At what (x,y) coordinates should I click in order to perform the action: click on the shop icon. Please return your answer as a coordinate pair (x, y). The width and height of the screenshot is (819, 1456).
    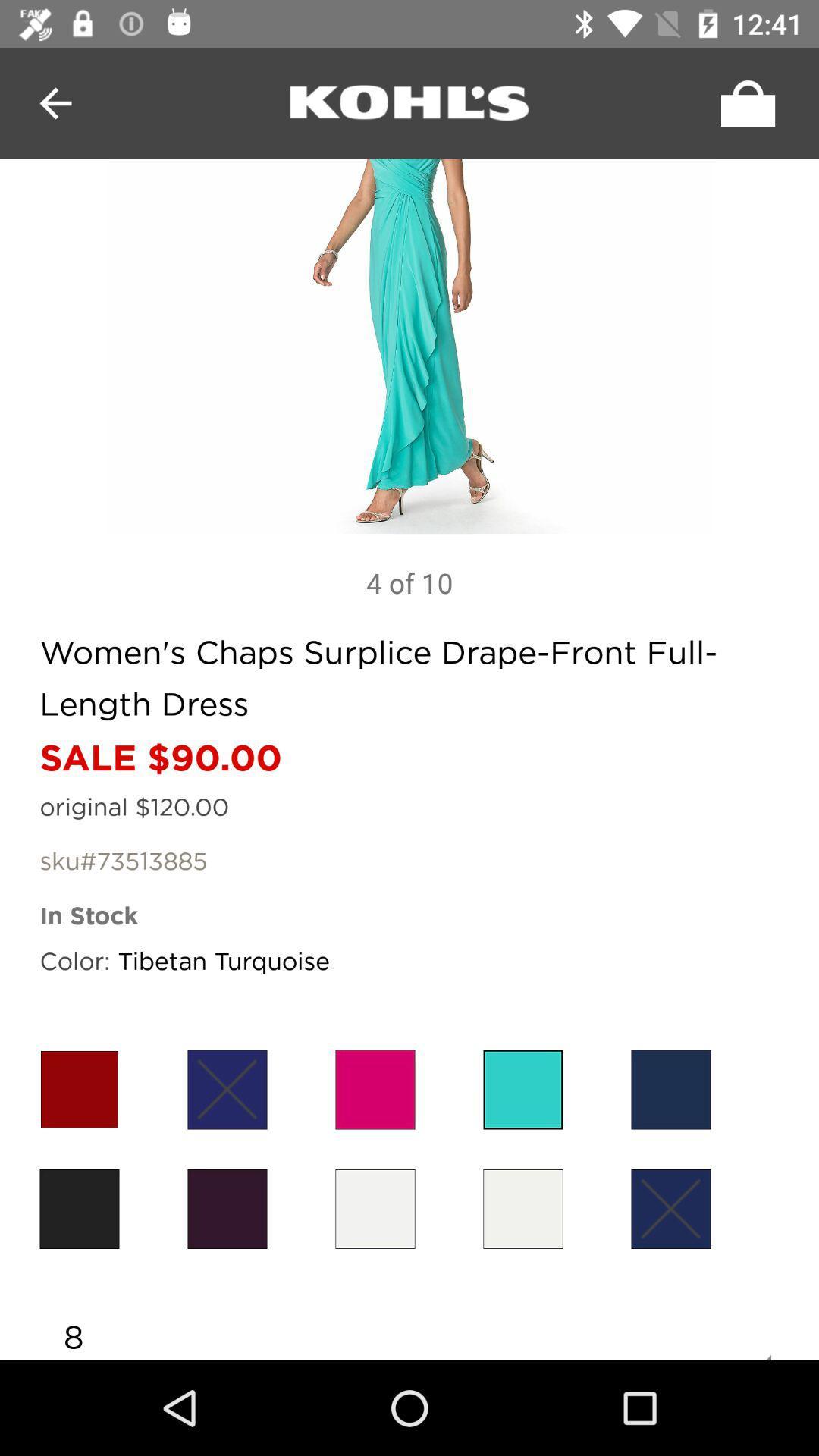
    Looking at the image, I should click on (743, 102).